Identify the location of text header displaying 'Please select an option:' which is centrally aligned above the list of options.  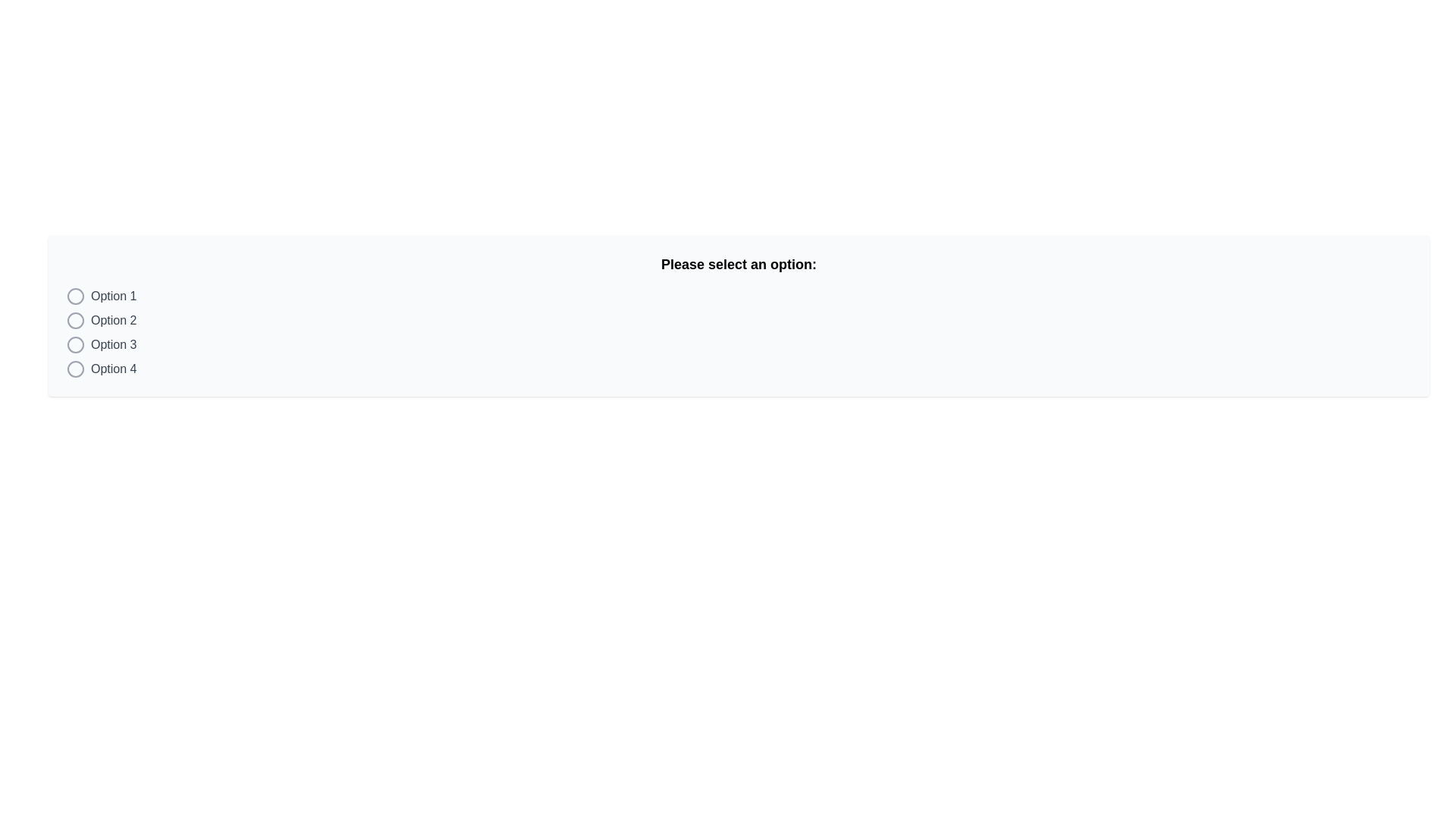
(739, 263).